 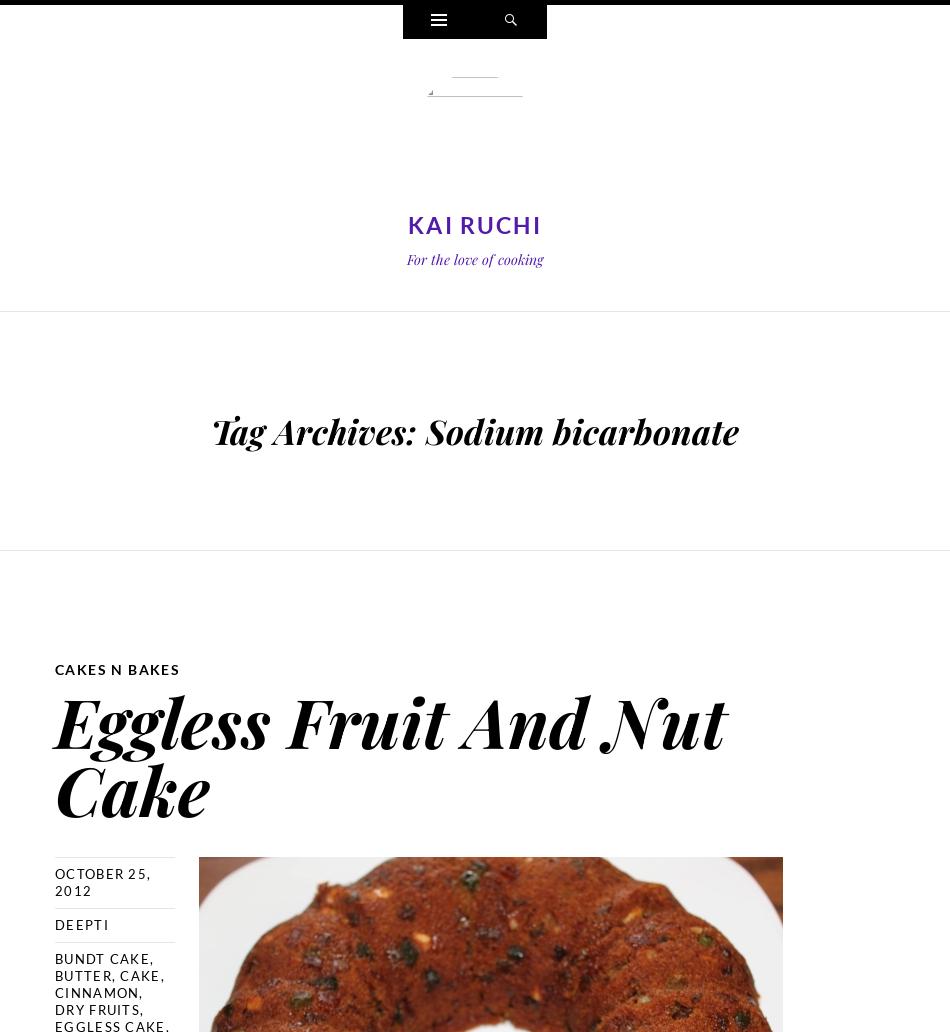 I want to click on 'Butter', so click(x=83, y=974).